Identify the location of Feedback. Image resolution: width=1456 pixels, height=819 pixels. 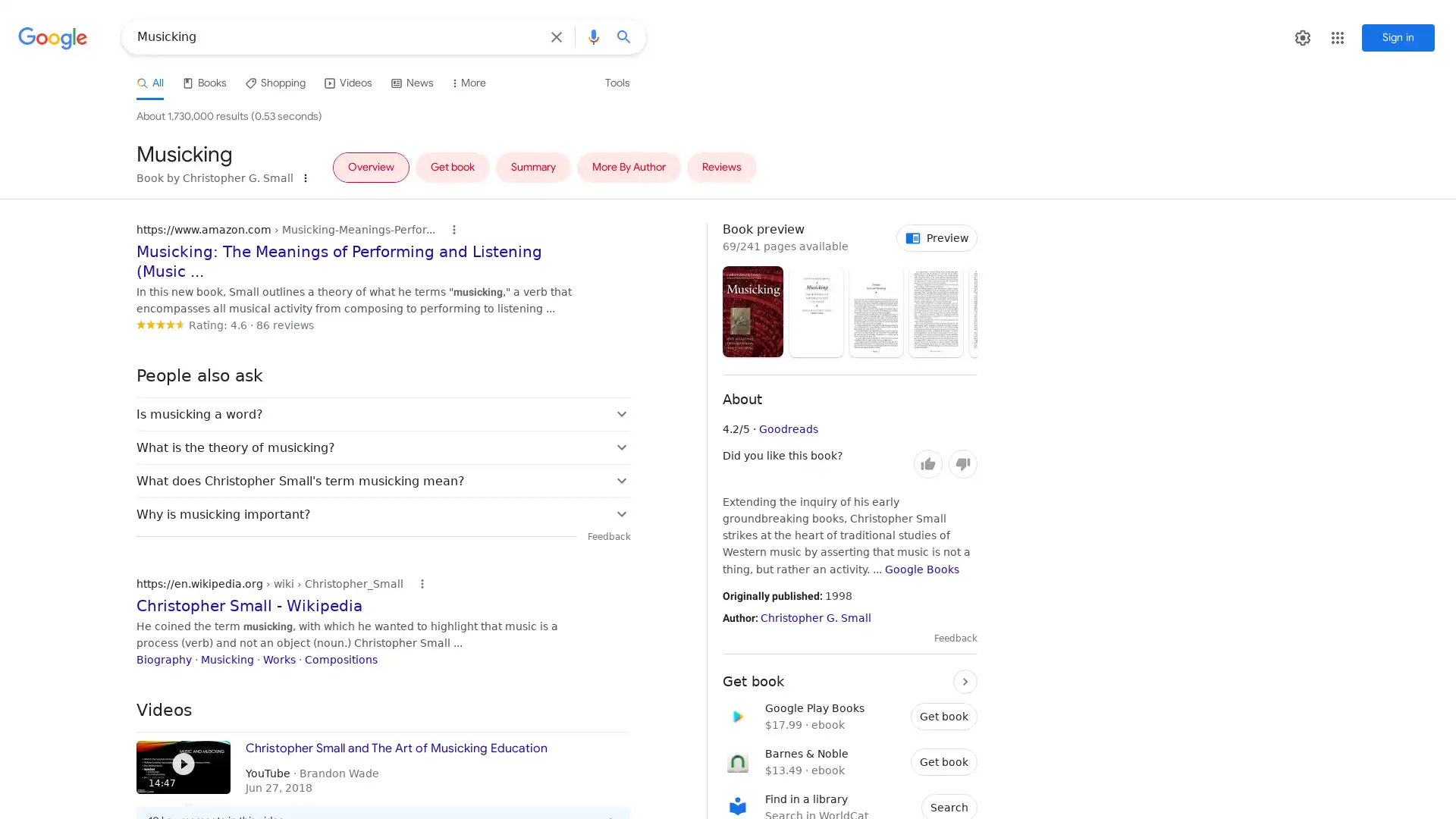
(955, 637).